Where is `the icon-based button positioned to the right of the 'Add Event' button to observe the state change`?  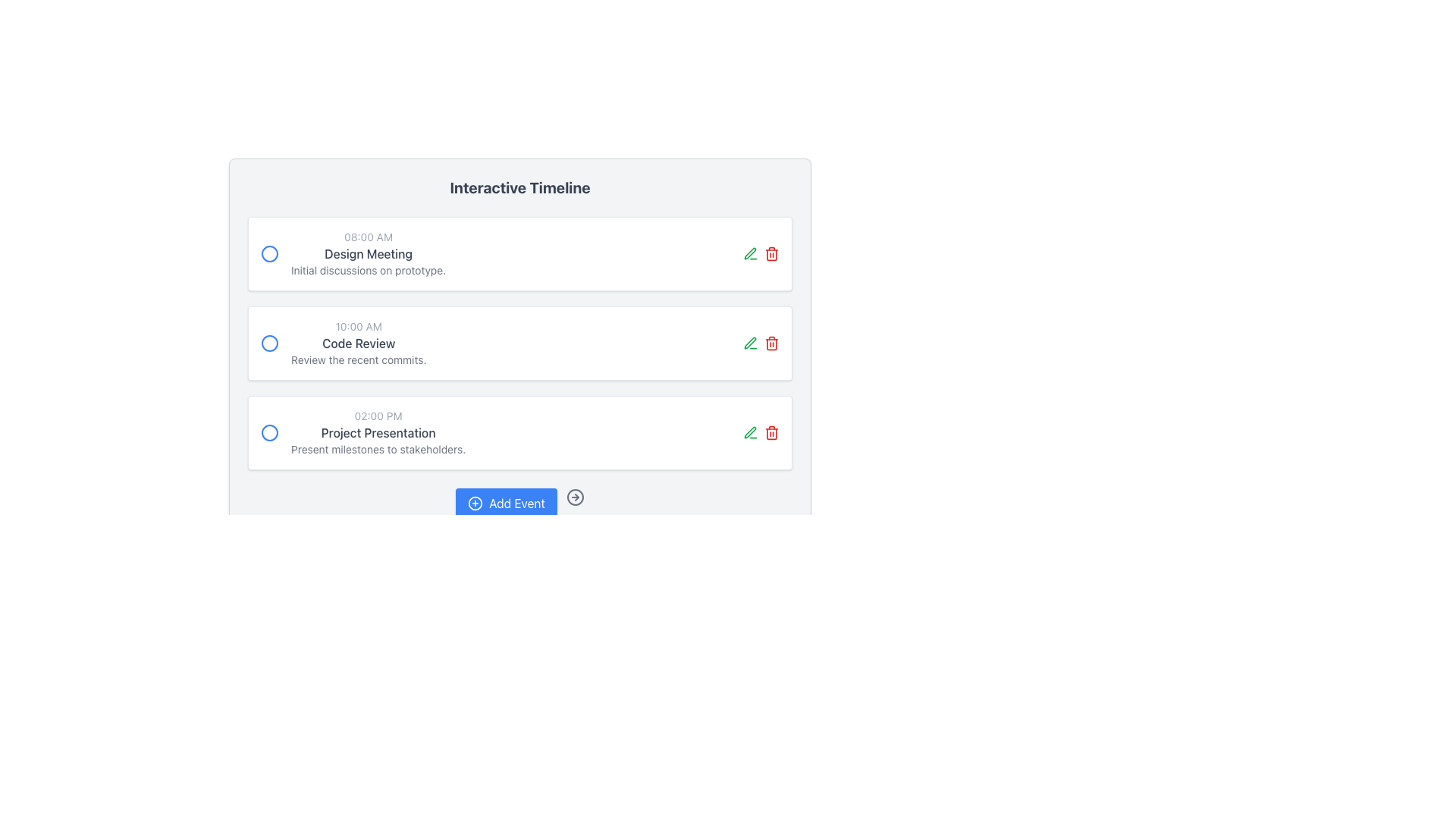 the icon-based button positioned to the right of the 'Add Event' button to observe the state change is located at coordinates (574, 497).